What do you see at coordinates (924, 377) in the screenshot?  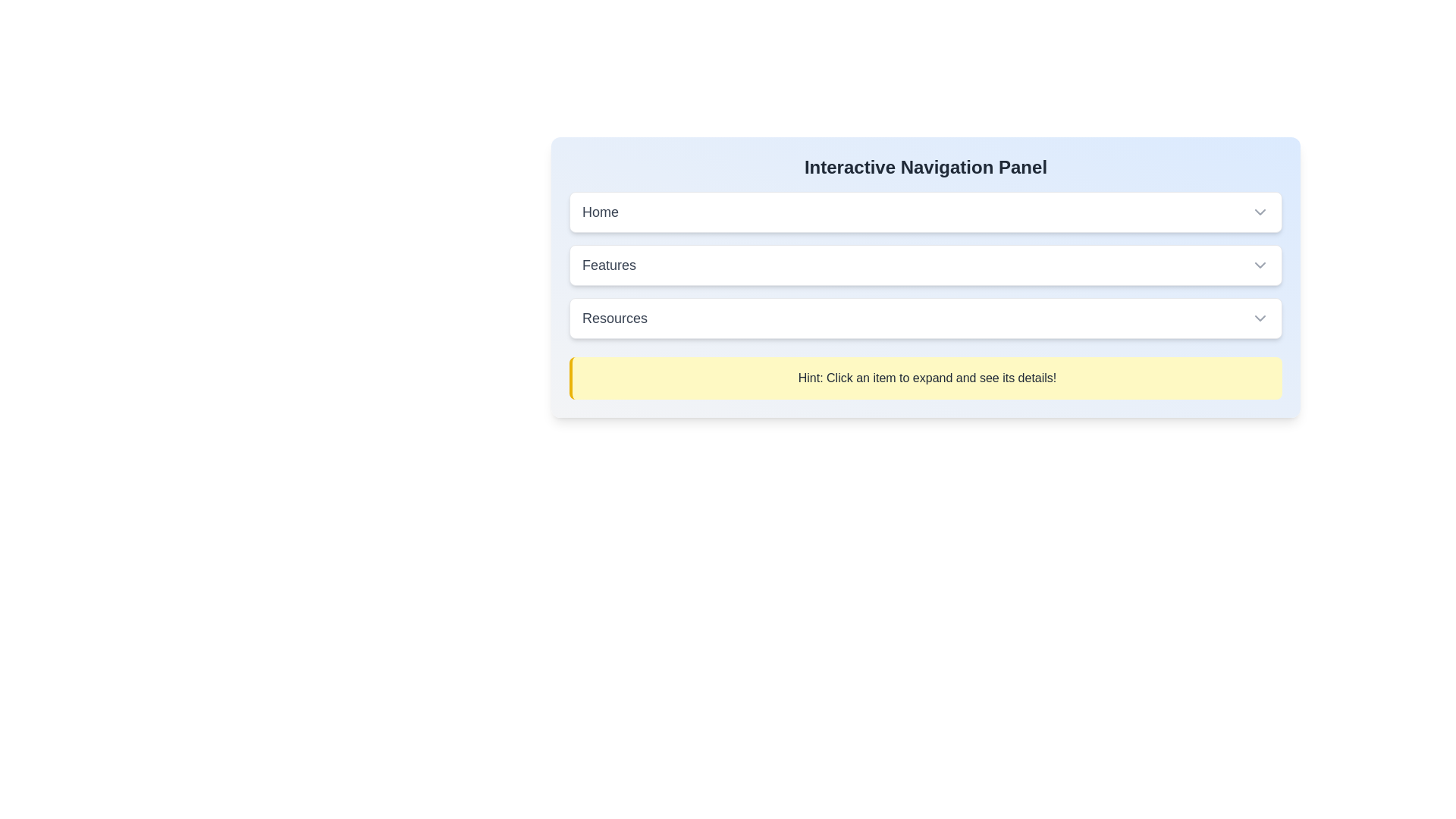 I see `the informational panel or tooltip located at the bottom of the layout, below the 'Resources' section, which provides instructions for user interaction` at bounding box center [924, 377].